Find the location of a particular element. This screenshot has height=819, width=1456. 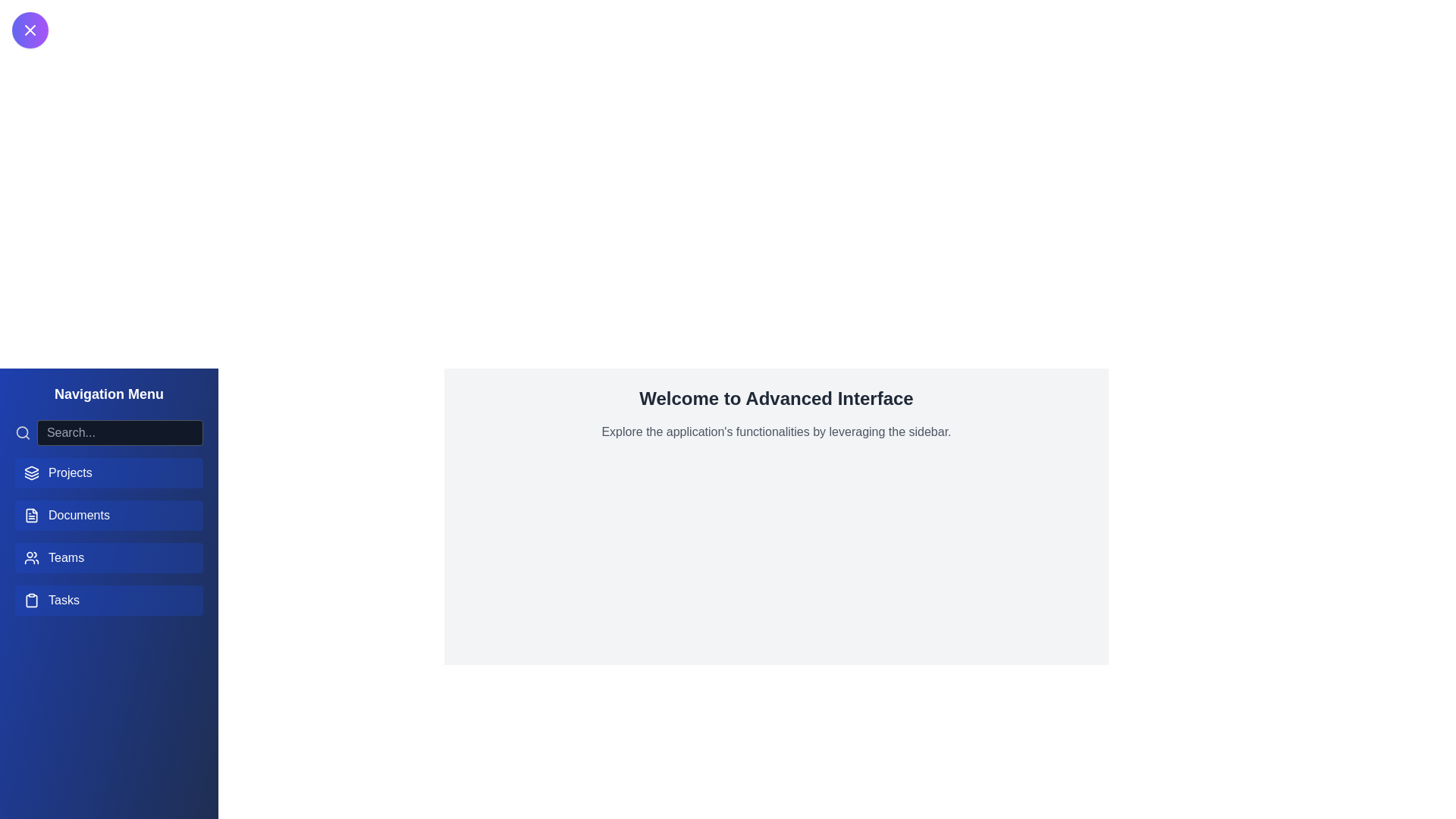

the navigation menu item Tasks is located at coordinates (108, 599).